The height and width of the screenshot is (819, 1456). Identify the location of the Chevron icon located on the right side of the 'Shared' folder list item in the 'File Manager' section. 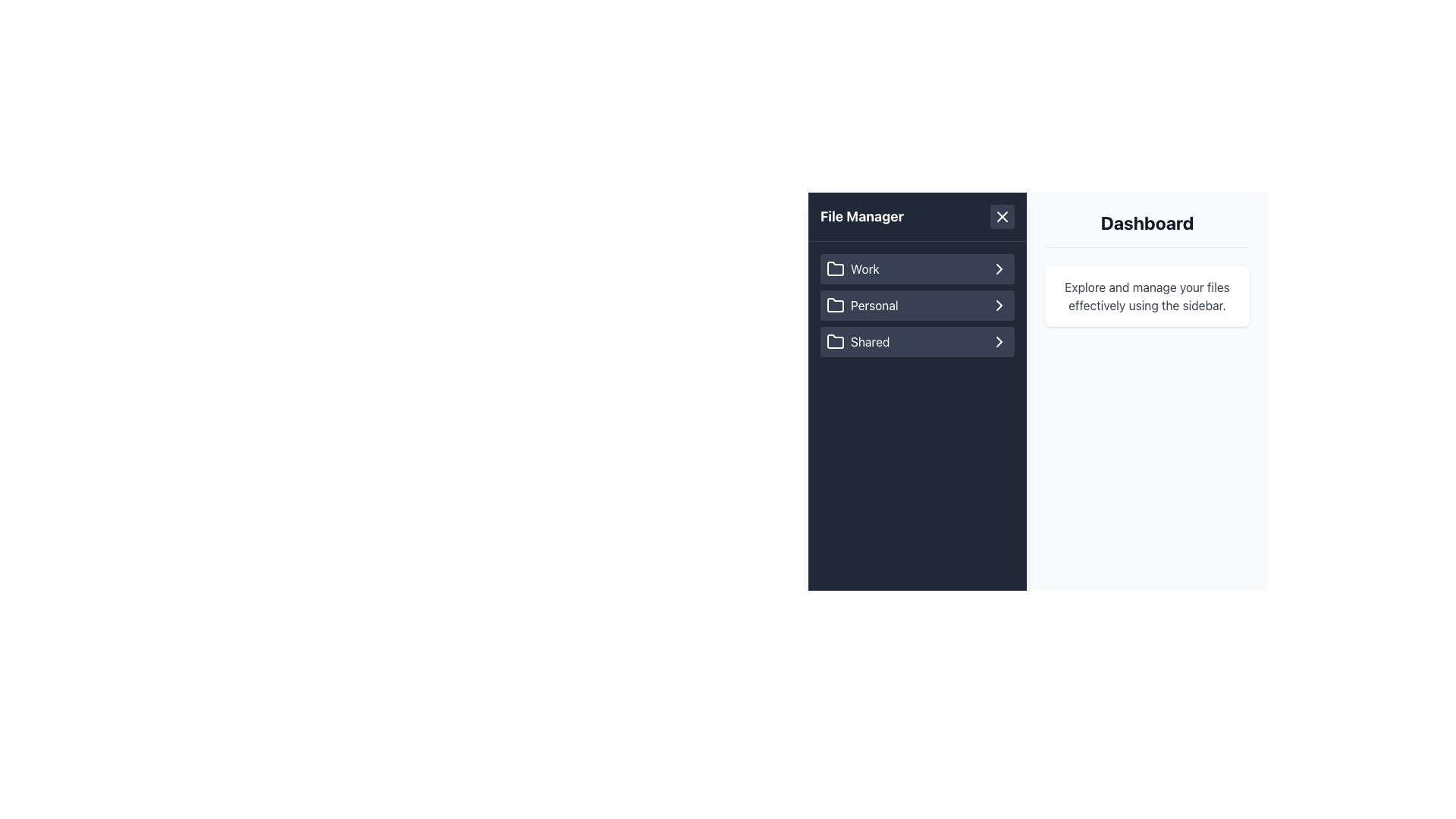
(999, 342).